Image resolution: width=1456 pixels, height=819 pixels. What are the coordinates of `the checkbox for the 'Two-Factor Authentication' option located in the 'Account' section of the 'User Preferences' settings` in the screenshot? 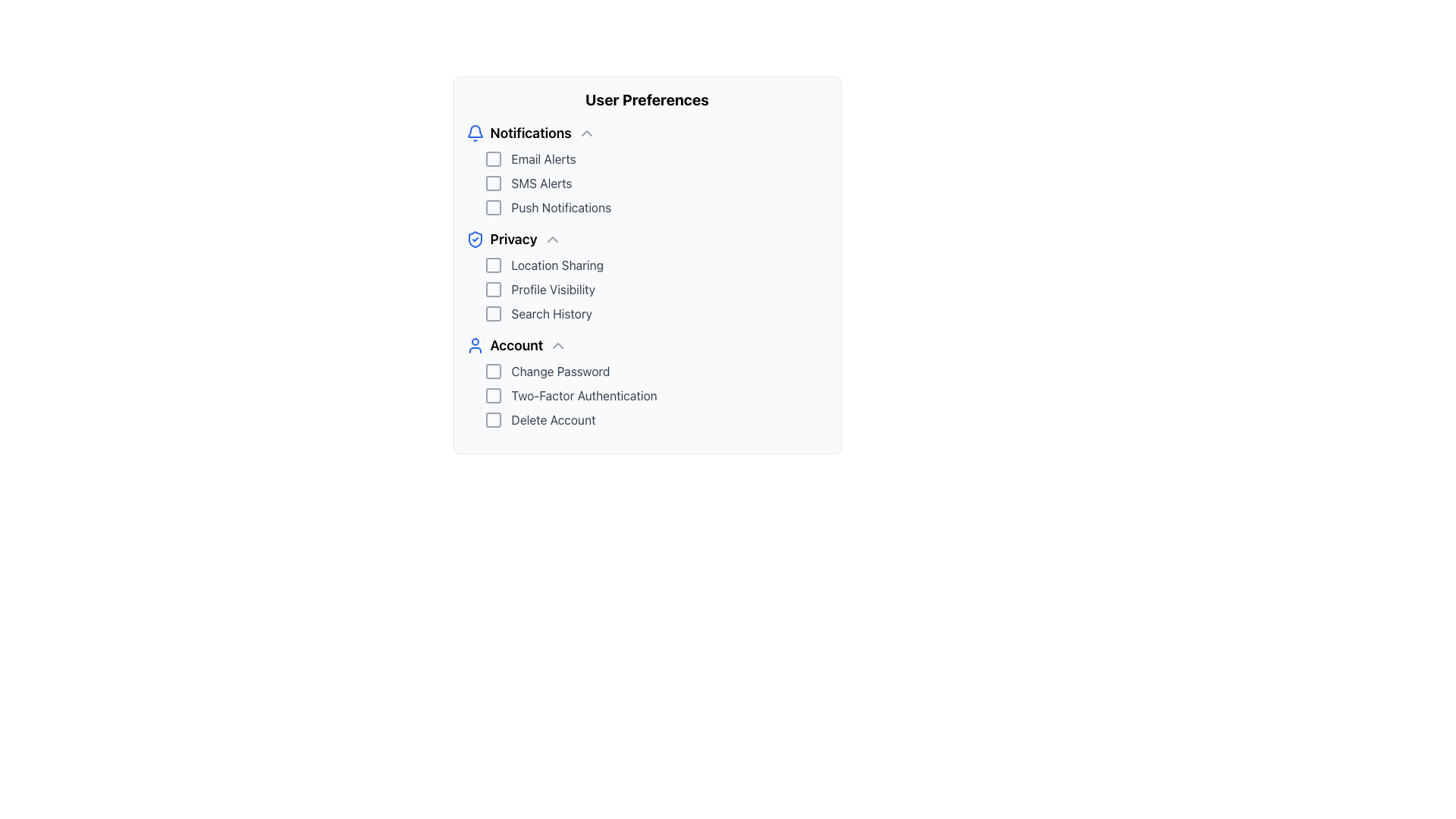 It's located at (493, 394).